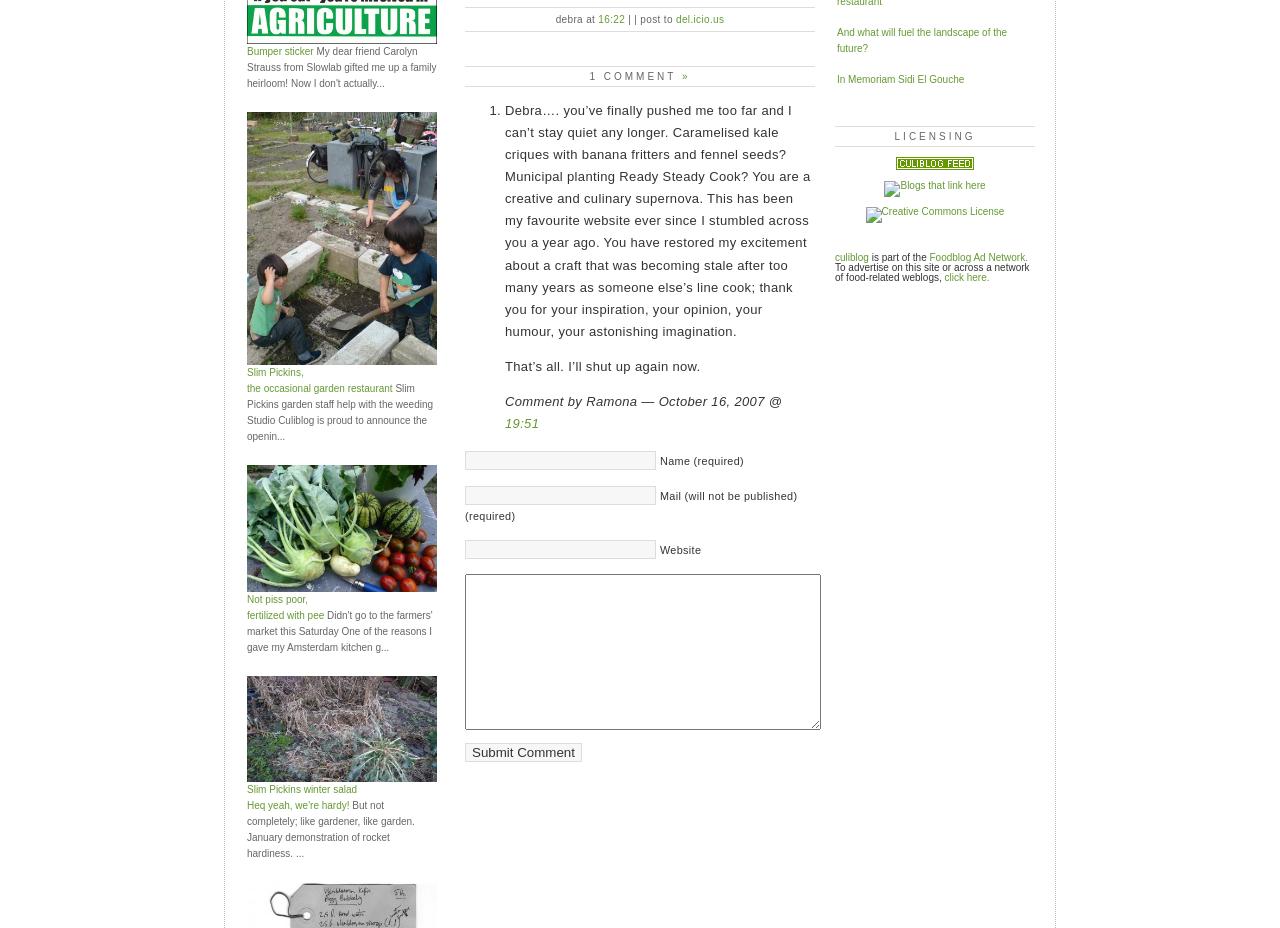 This screenshot has width=1280, height=928. What do you see at coordinates (624, 17) in the screenshot?
I see `'|  
| post to'` at bounding box center [624, 17].